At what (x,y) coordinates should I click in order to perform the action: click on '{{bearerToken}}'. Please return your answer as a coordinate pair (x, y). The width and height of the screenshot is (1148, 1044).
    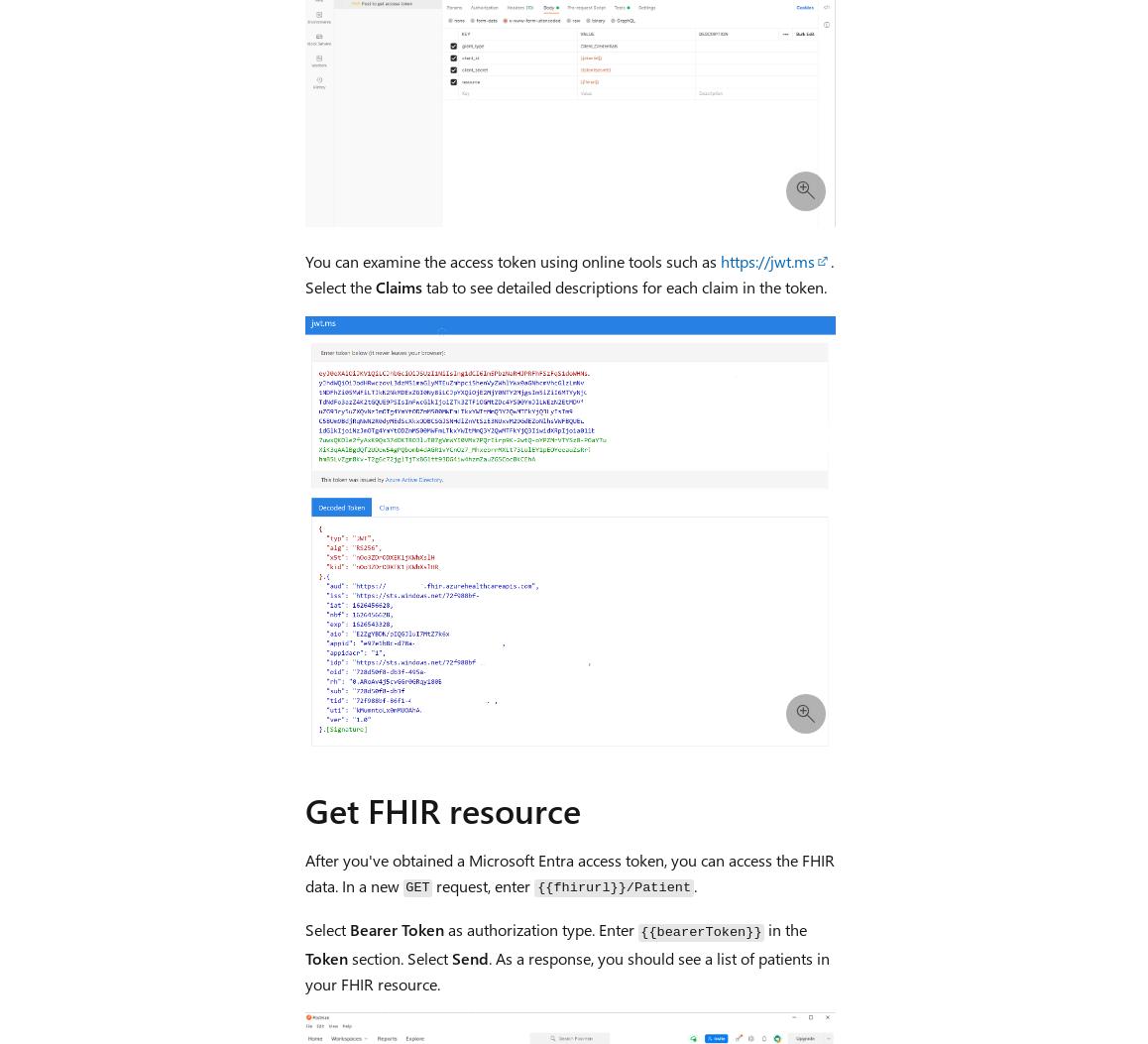
    Looking at the image, I should click on (699, 931).